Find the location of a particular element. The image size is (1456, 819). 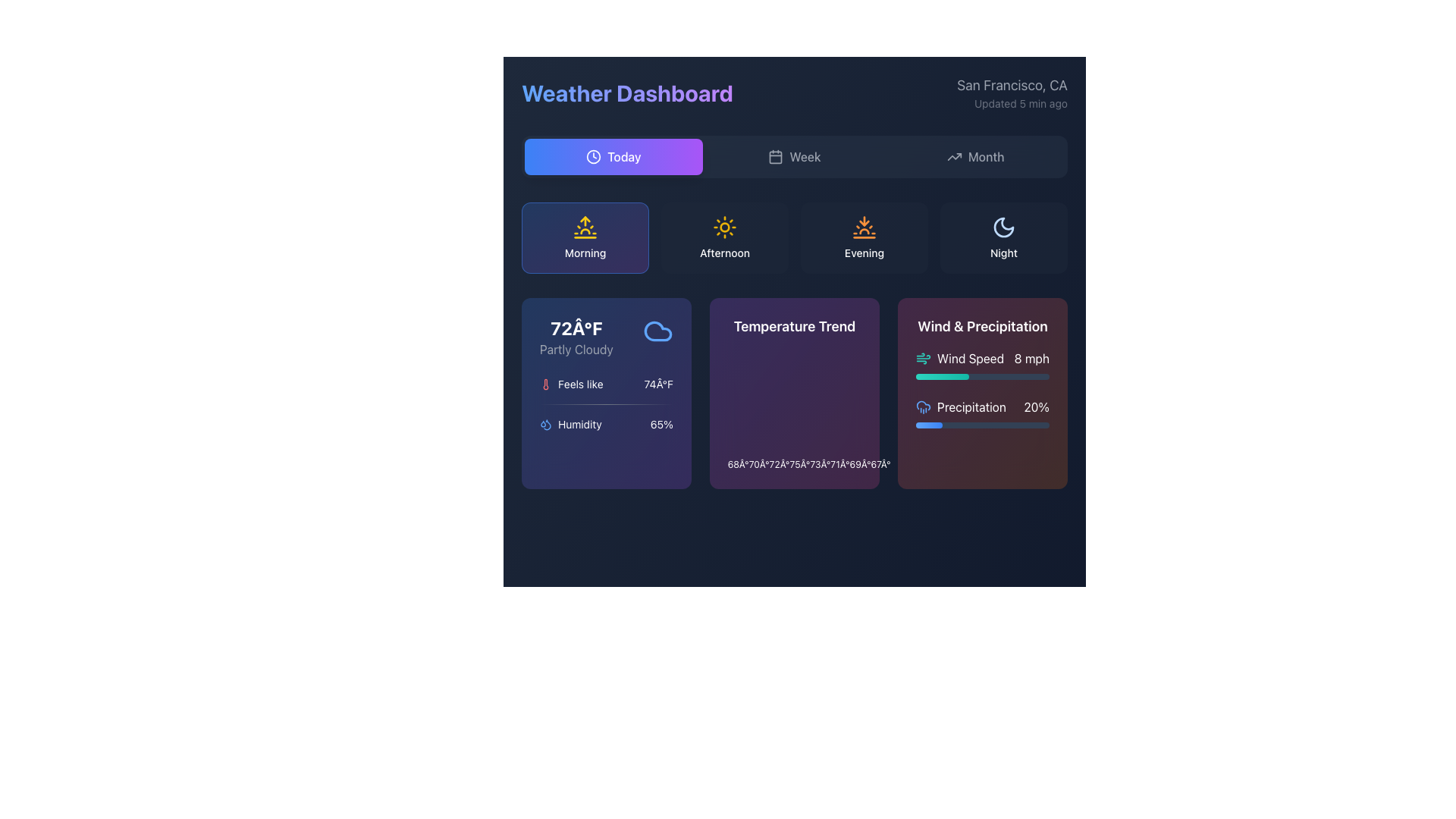

the progress represented by the narrow, horizontally elongated blue gradient progress bar indicator within the 'Precipitation' section of the 'Wind & Precipitation' interface is located at coordinates (928, 425).